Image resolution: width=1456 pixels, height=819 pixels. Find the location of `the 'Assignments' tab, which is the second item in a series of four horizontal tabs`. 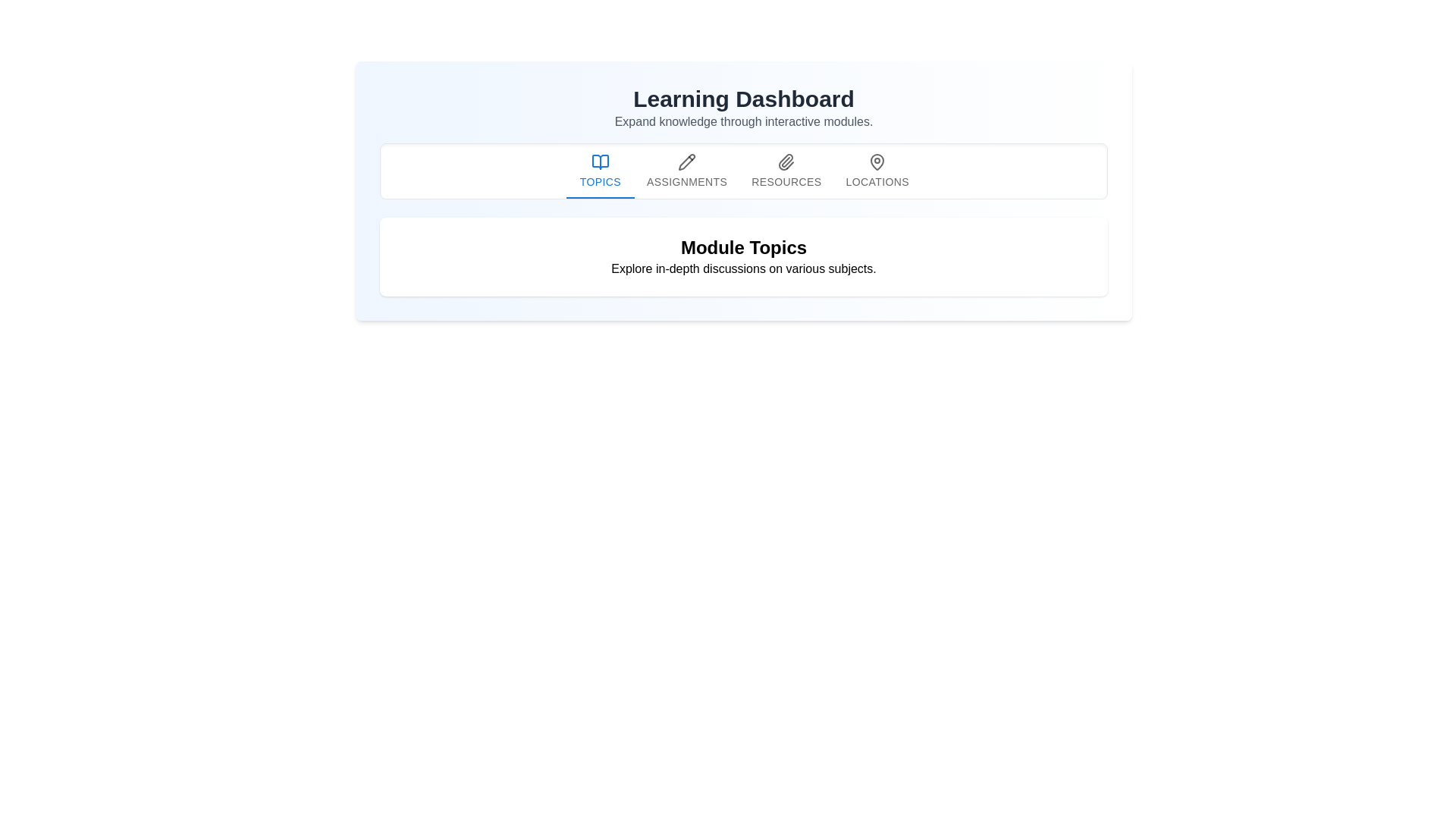

the 'Assignments' tab, which is the second item in a series of four horizontal tabs is located at coordinates (686, 171).